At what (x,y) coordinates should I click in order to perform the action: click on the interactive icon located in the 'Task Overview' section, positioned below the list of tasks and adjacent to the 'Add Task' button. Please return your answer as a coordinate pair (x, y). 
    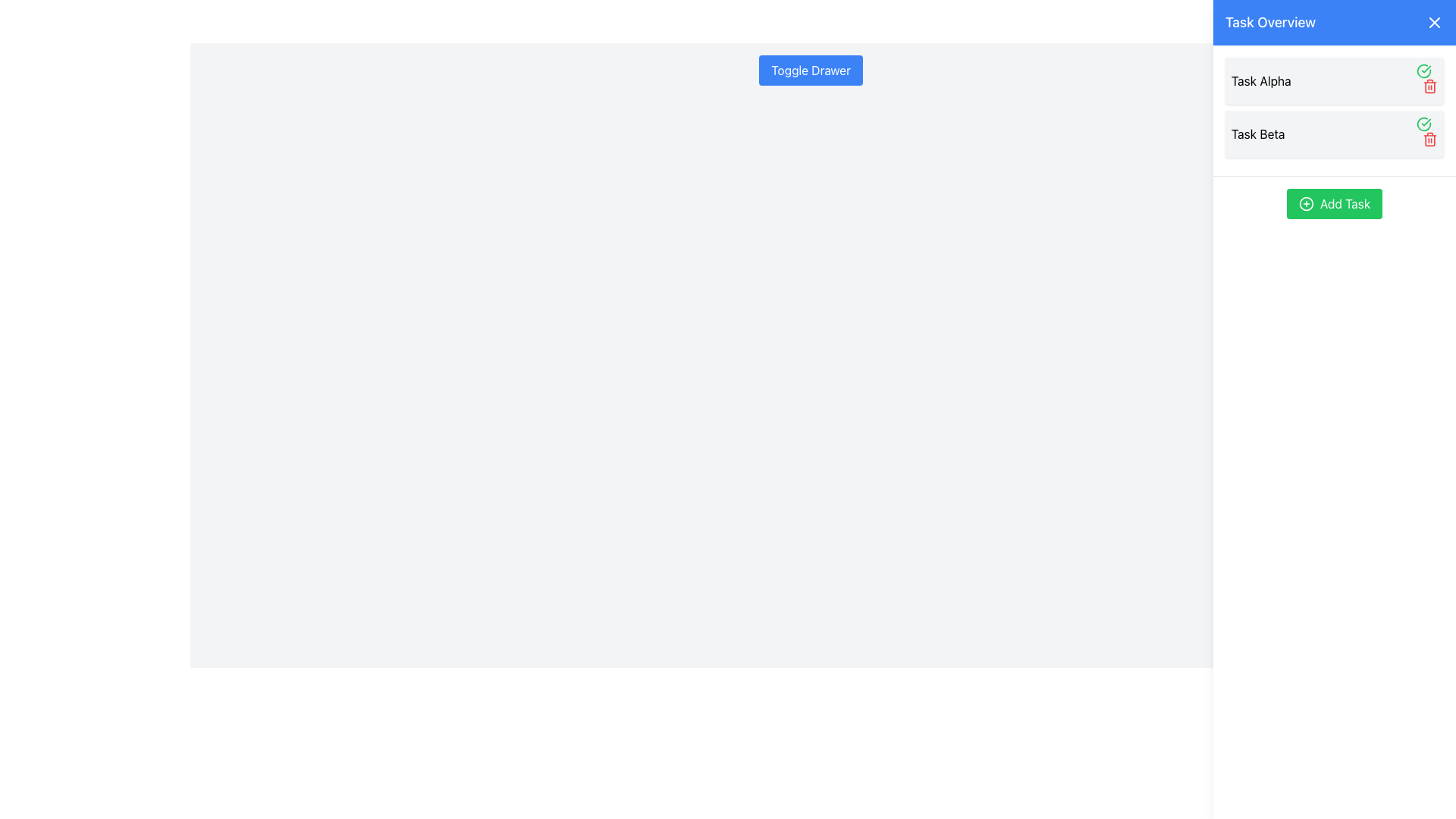
    Looking at the image, I should click on (1305, 203).